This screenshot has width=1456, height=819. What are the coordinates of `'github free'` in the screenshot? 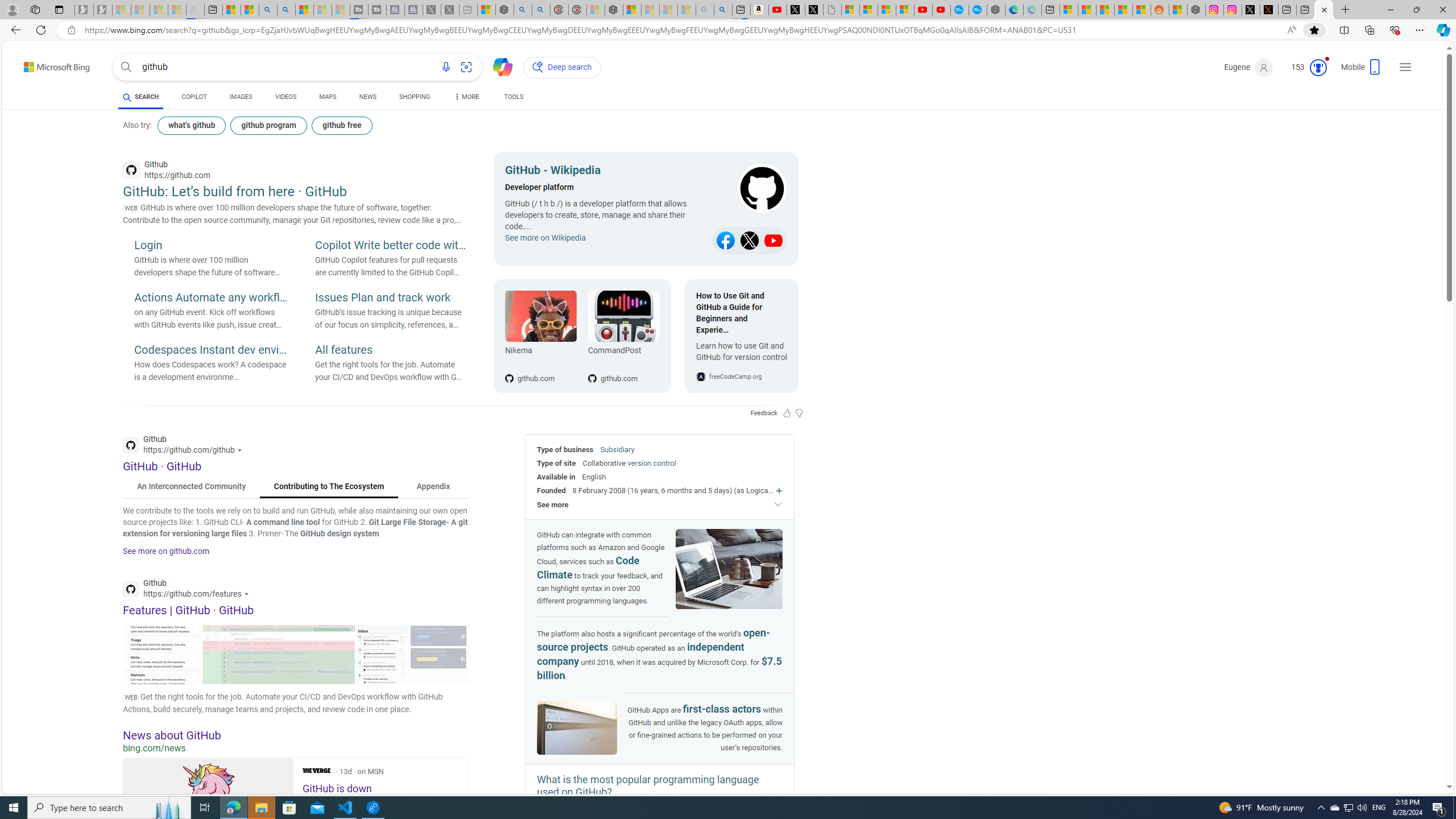 It's located at (341, 126).